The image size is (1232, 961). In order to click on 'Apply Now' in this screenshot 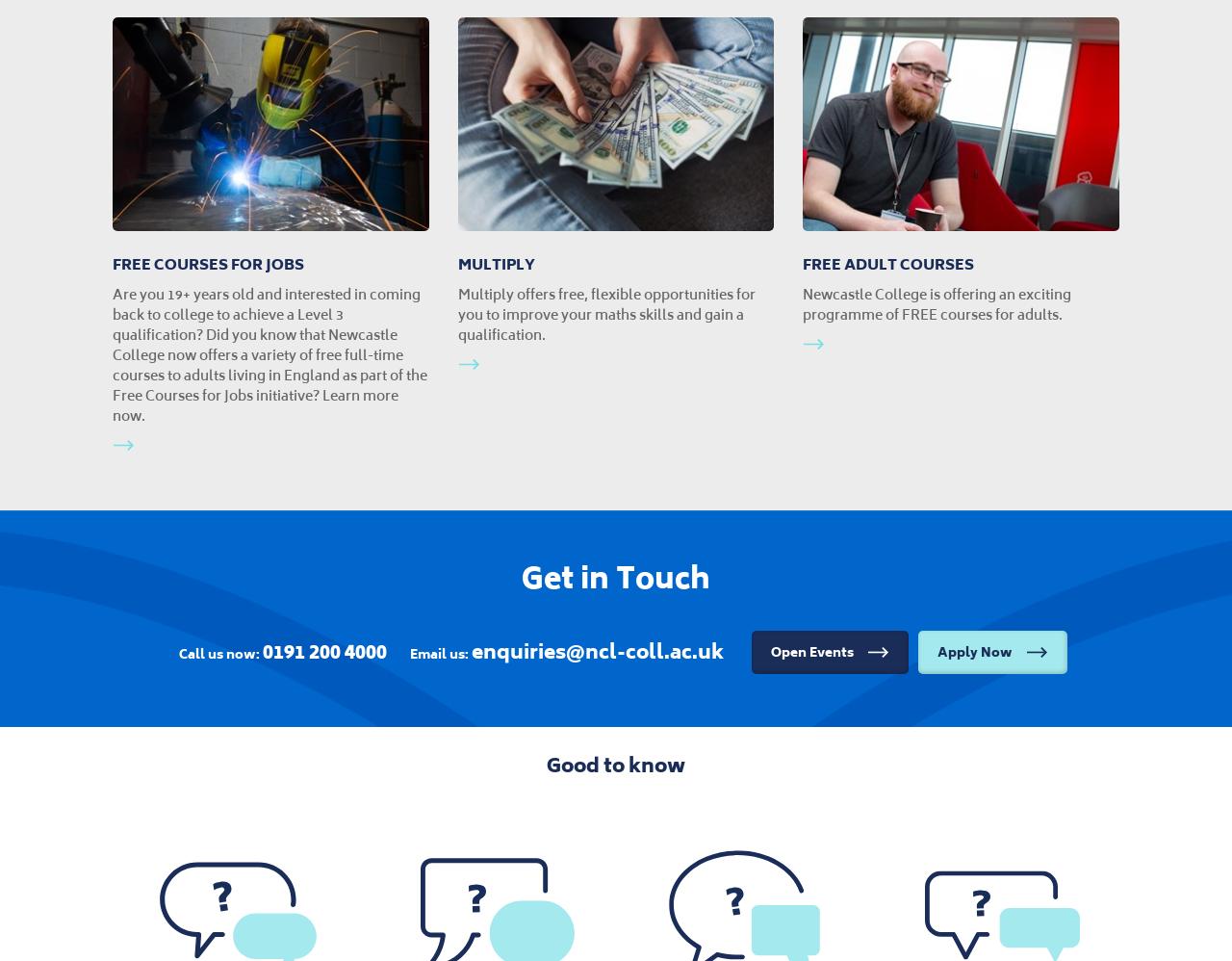, I will do `click(974, 650)`.